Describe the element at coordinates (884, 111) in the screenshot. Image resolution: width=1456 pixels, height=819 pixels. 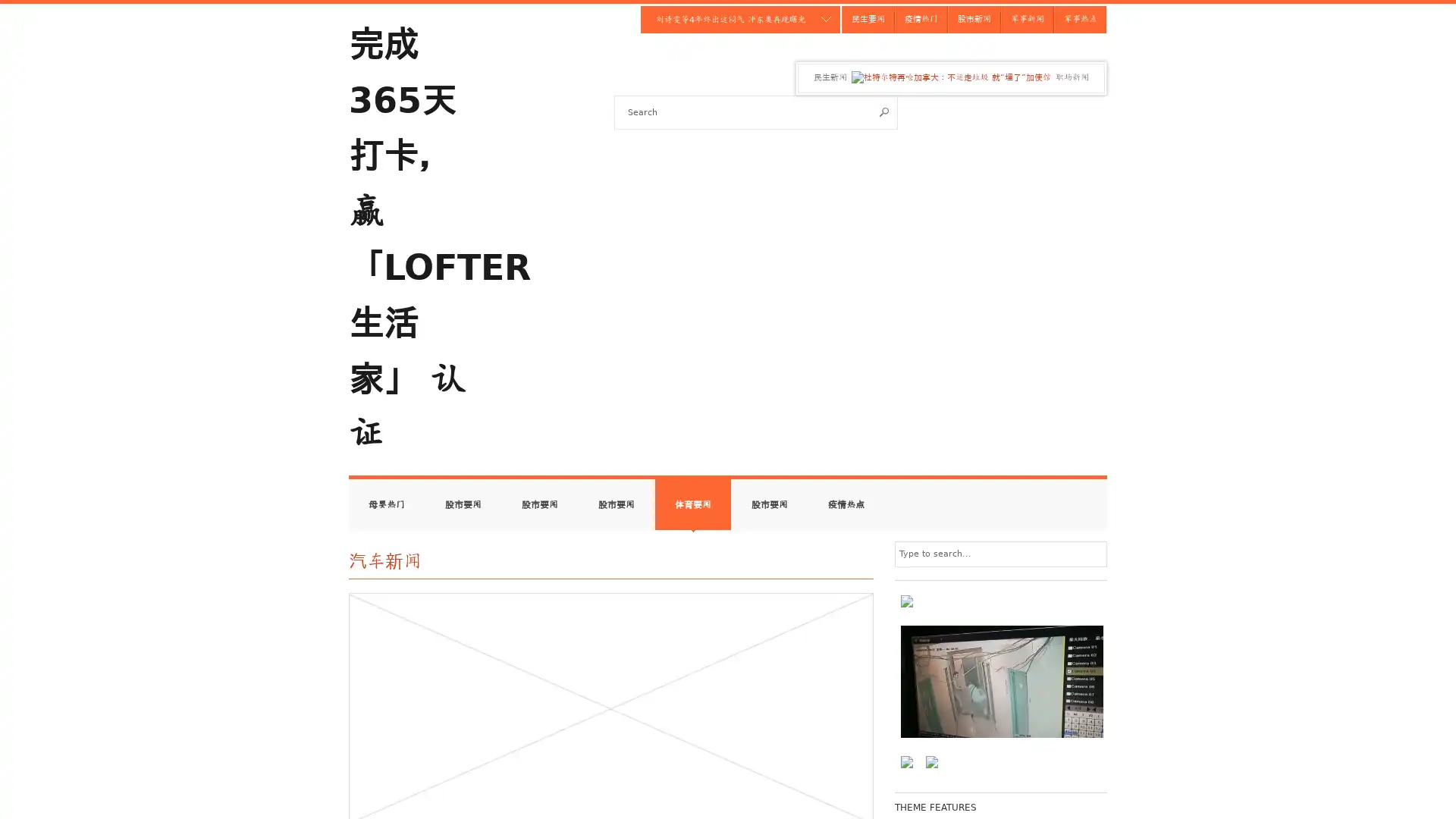
I see `Search` at that location.